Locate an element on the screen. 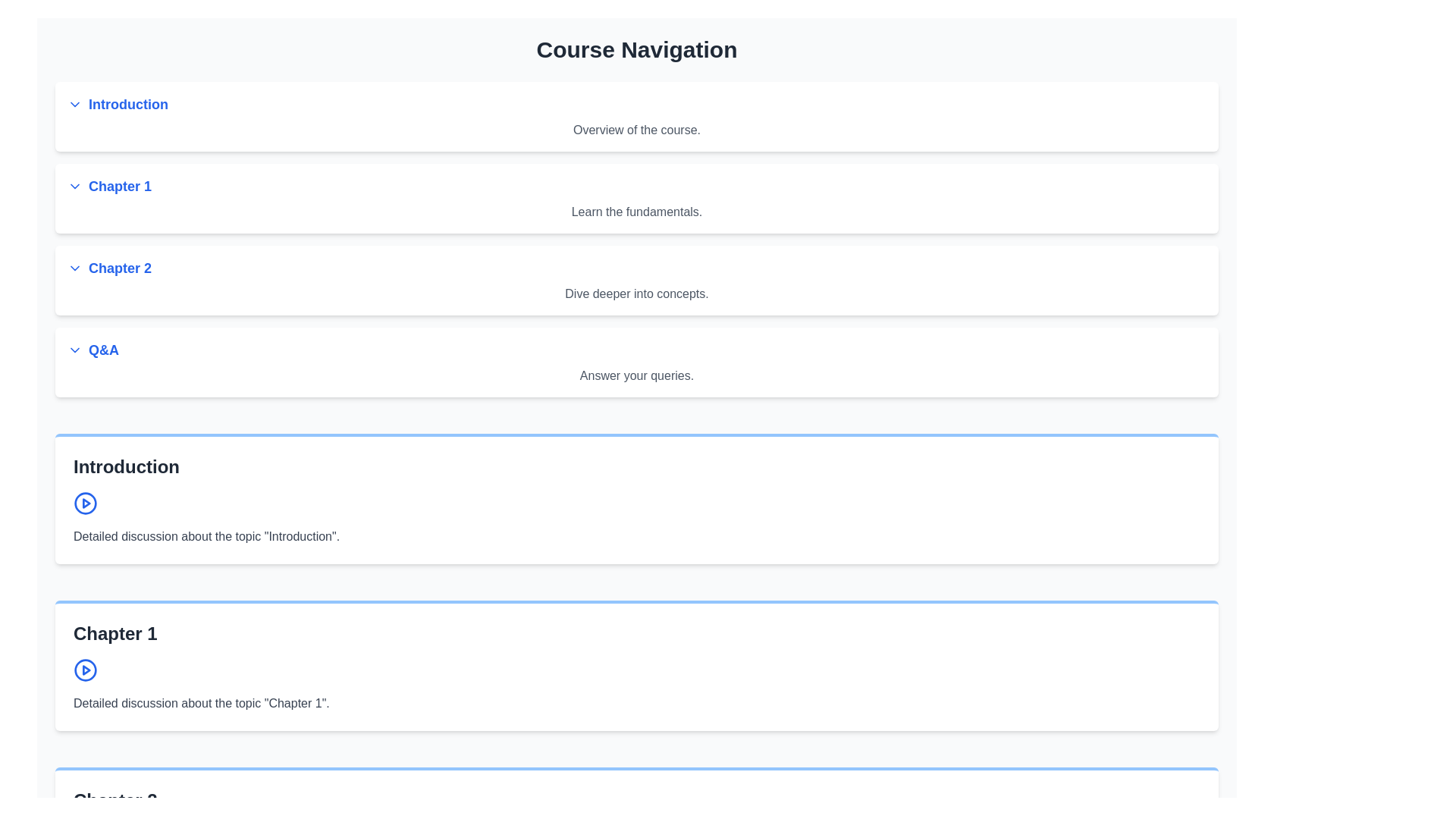  the non-interactive text label that summarizes the content under 'Chapter 1', which is positioned directly below the clickable 'Chapter 1' heading is located at coordinates (637, 212).